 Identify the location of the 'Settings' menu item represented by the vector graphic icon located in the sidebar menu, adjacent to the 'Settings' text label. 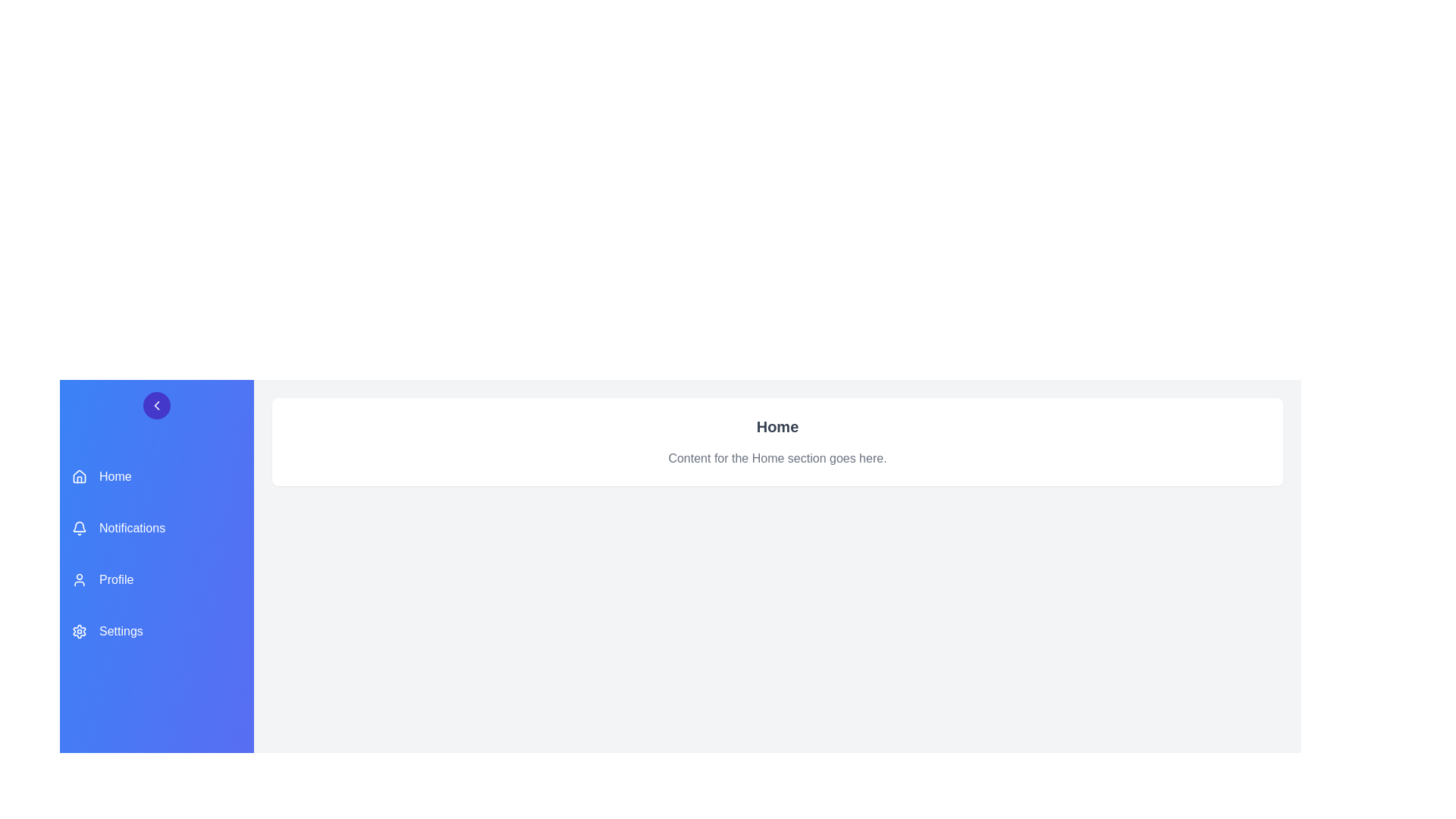
(79, 632).